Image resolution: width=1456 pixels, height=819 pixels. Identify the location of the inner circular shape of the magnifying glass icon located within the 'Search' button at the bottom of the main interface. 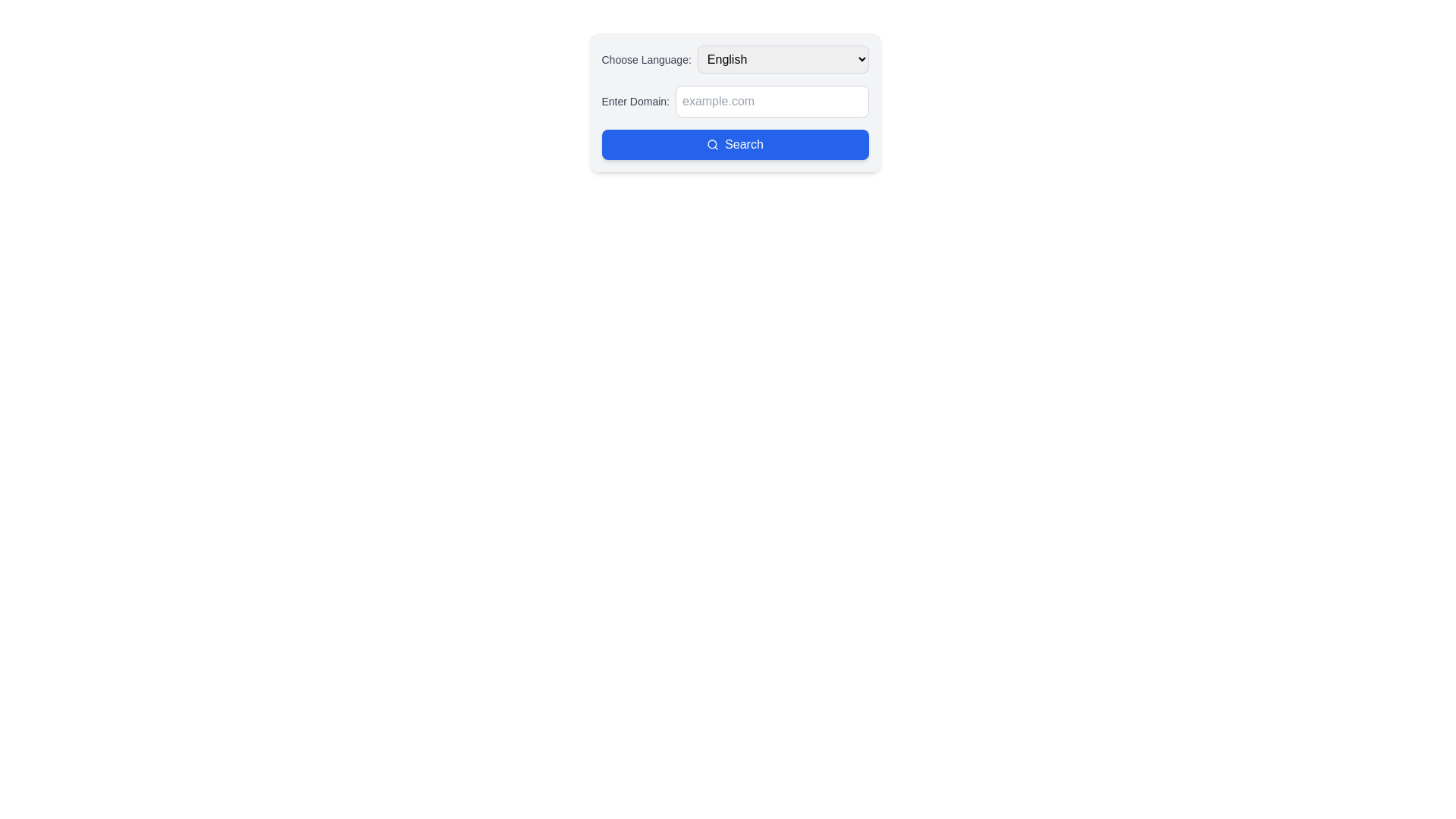
(711, 144).